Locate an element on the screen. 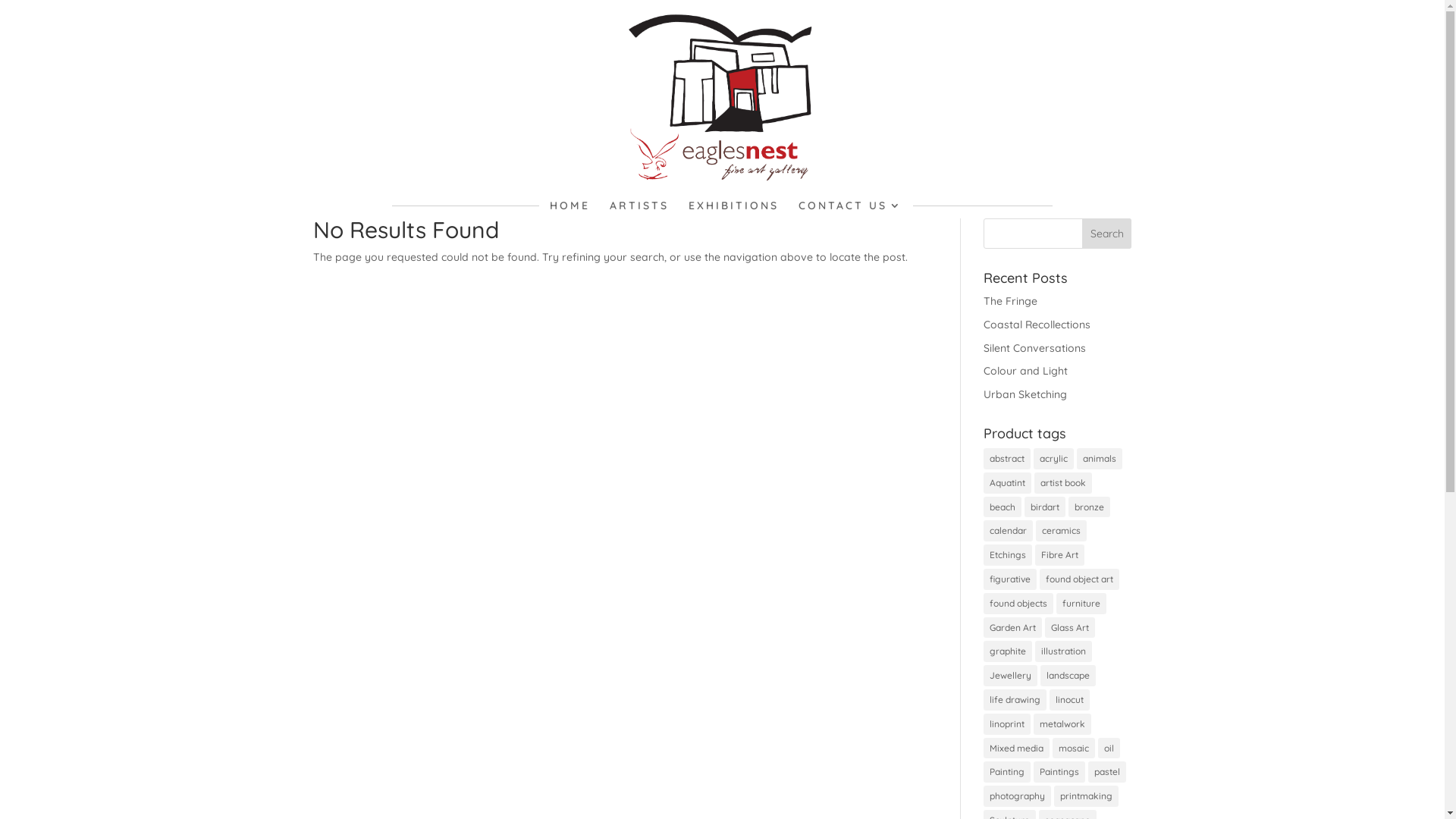 The image size is (1456, 819). 'acrylic' is located at coordinates (1053, 458).